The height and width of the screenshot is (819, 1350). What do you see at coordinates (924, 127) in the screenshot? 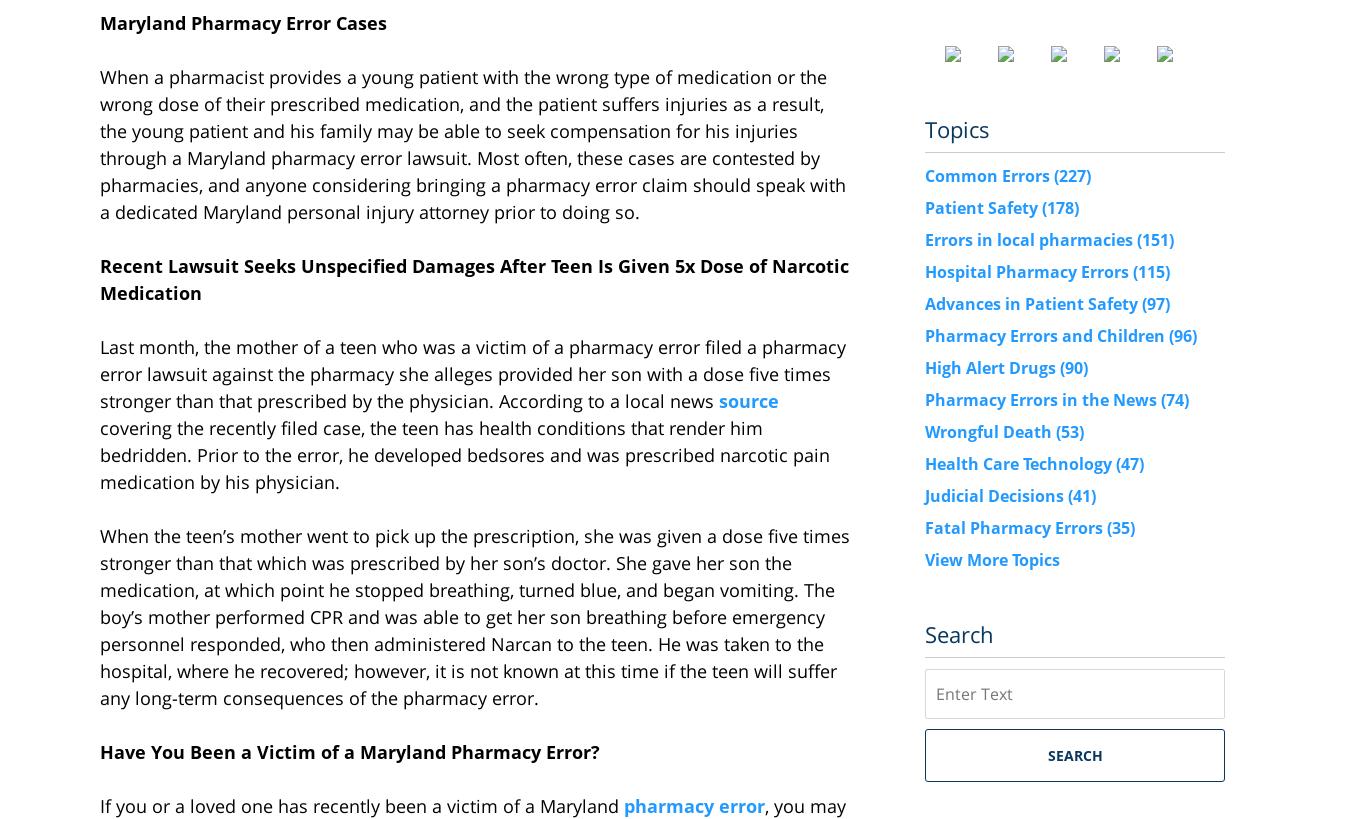
I see `'Topics'` at bounding box center [924, 127].